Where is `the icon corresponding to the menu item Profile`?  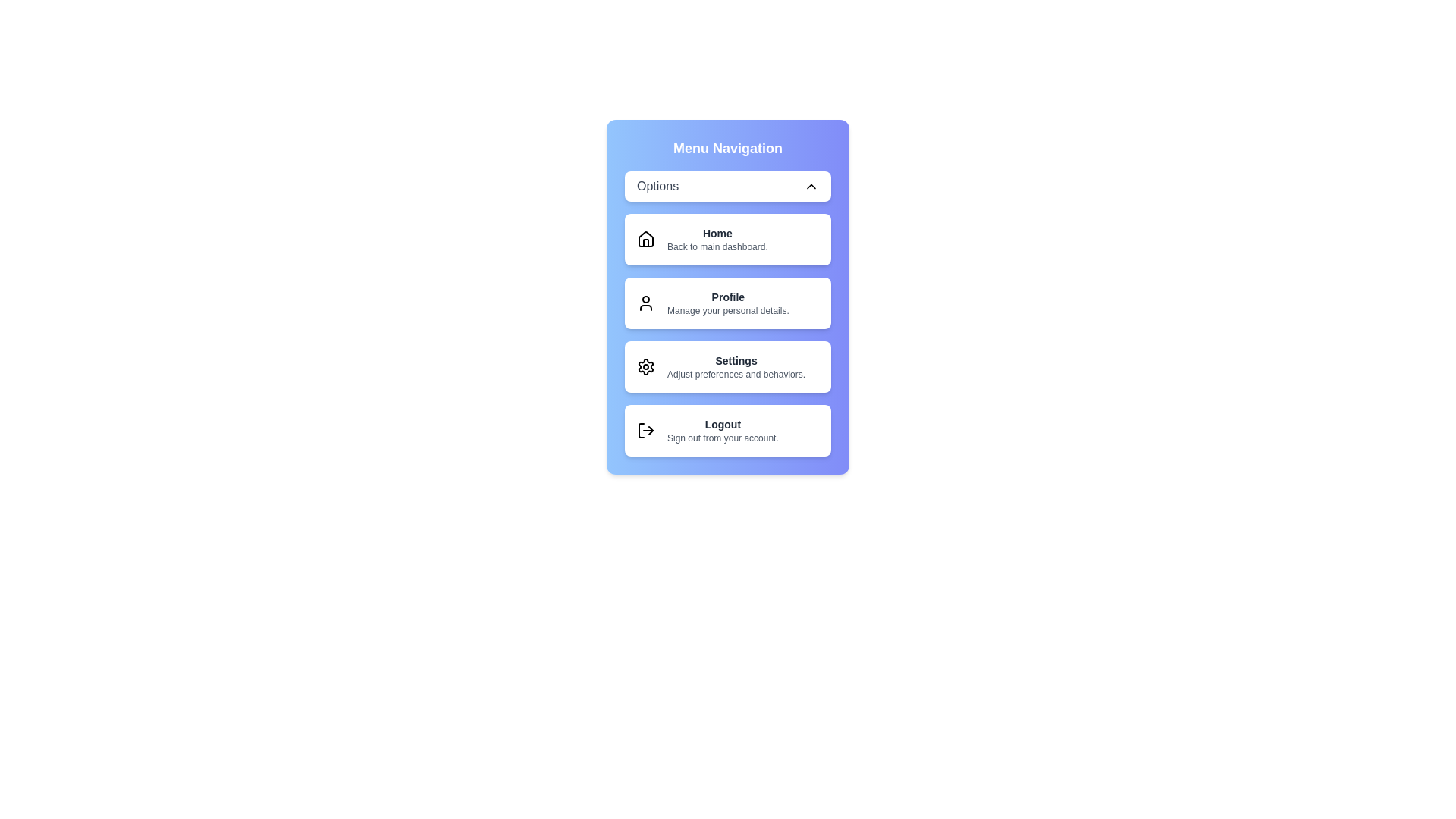 the icon corresponding to the menu item Profile is located at coordinates (645, 303).